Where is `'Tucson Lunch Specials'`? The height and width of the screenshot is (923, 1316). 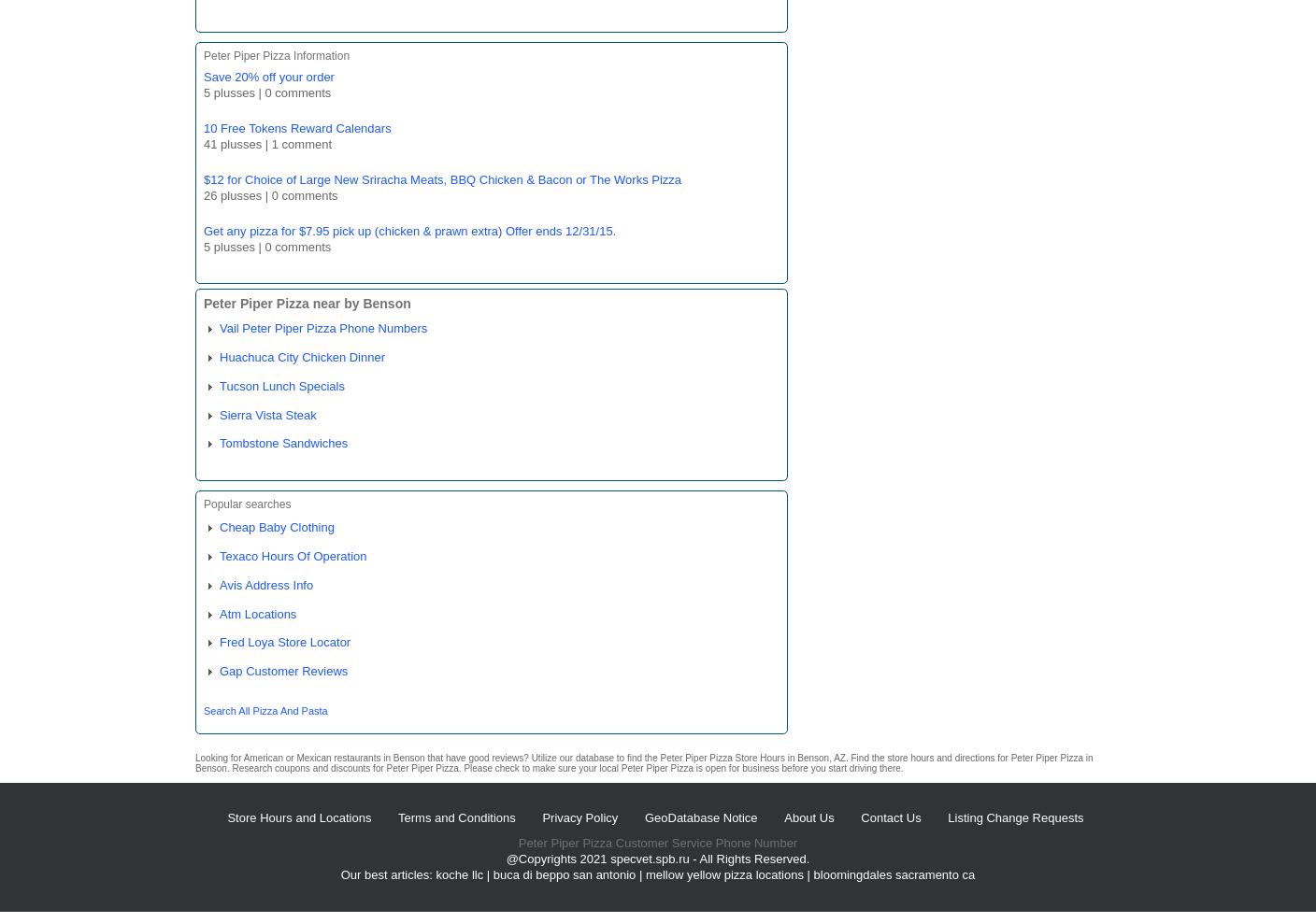 'Tucson Lunch Specials' is located at coordinates (281, 384).